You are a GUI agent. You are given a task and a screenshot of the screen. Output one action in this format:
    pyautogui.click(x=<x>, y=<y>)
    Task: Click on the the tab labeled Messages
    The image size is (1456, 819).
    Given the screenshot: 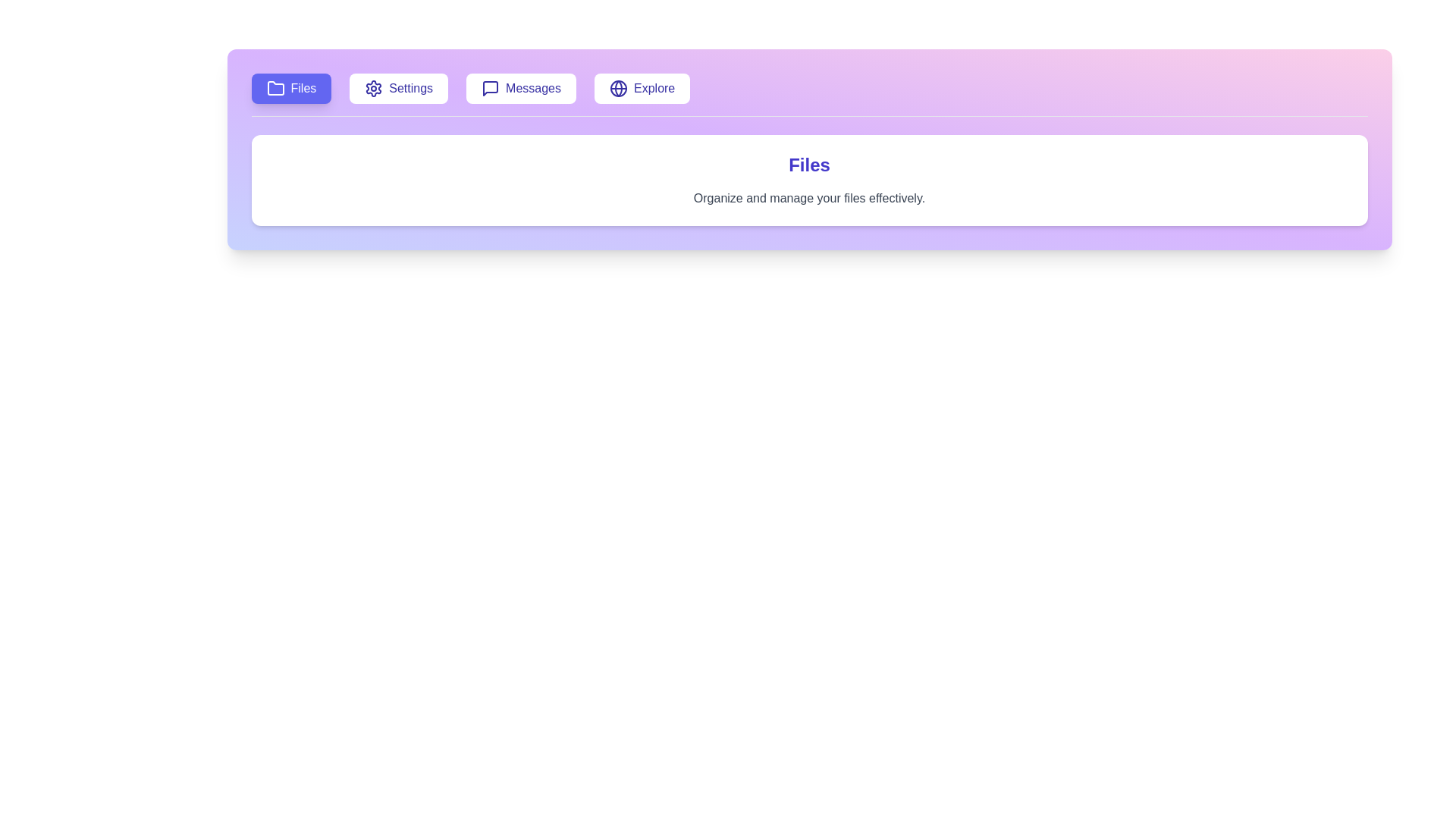 What is the action you would take?
    pyautogui.click(x=521, y=88)
    